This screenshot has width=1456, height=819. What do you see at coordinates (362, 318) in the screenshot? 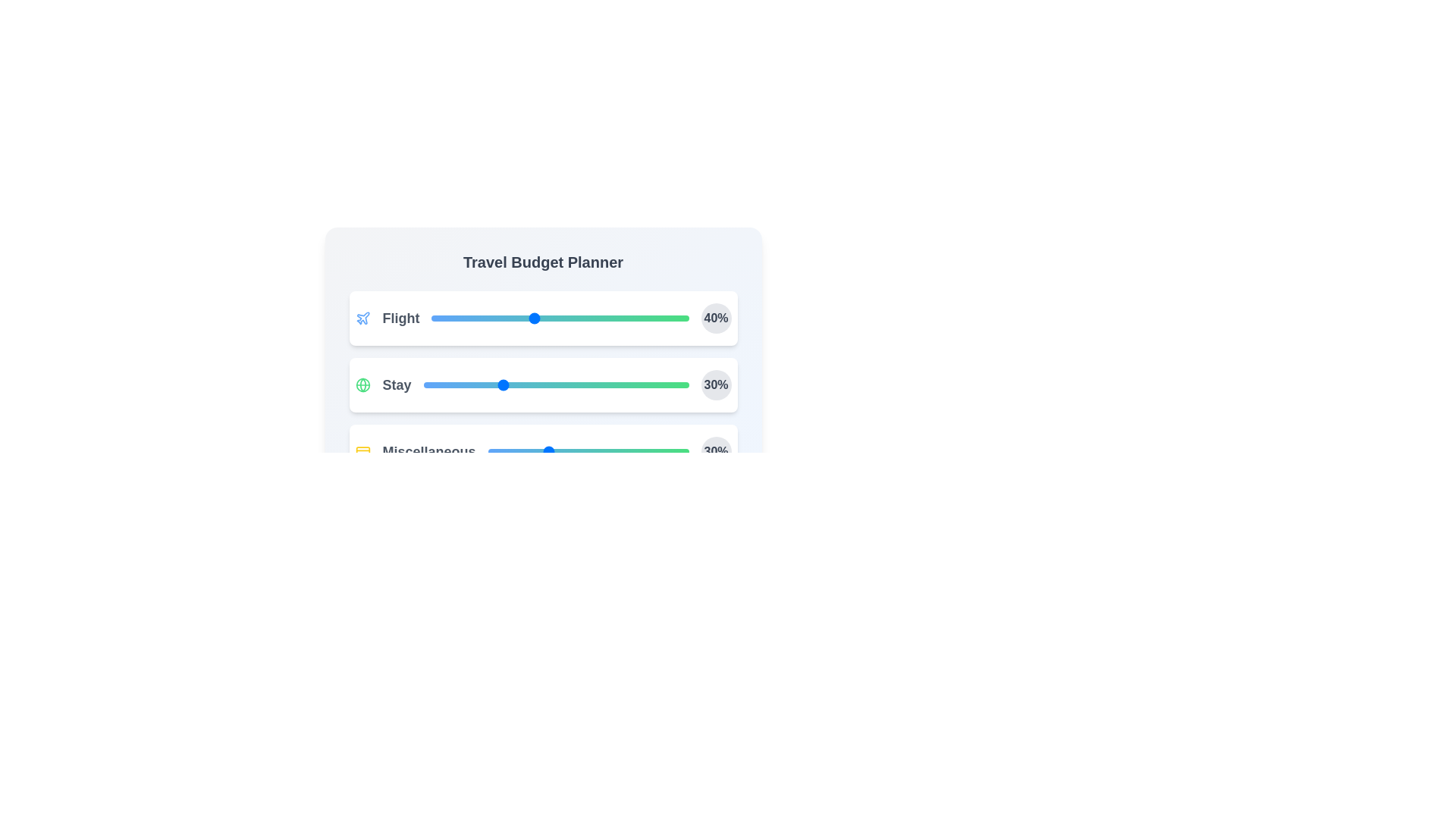
I see `the icon next to the category name Flight` at bounding box center [362, 318].